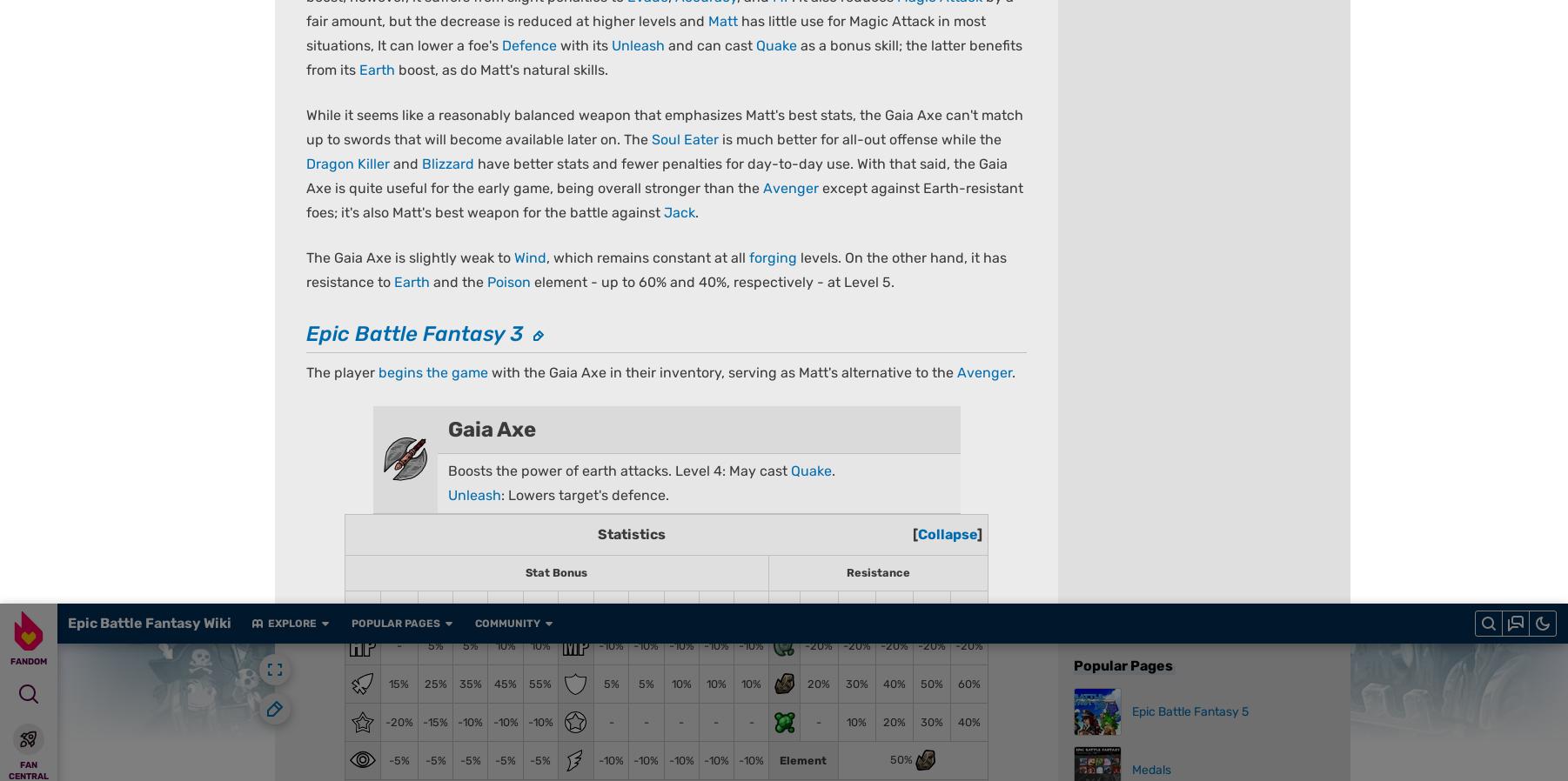 The image size is (1568, 781). What do you see at coordinates (851, 765) in the screenshot?
I see `'Advertise'` at bounding box center [851, 765].